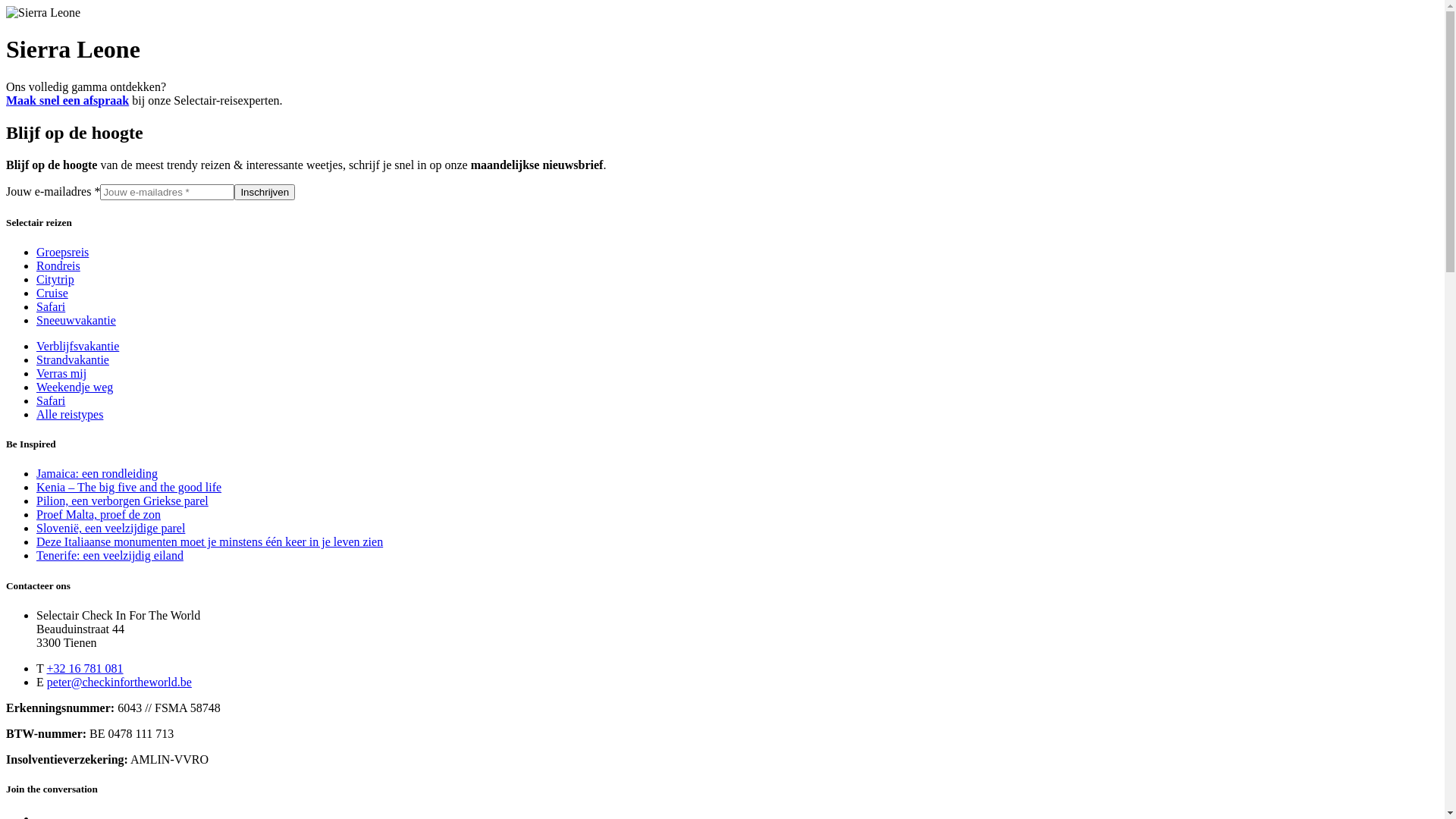  I want to click on 'Proef Malta, proef de zon', so click(97, 513).